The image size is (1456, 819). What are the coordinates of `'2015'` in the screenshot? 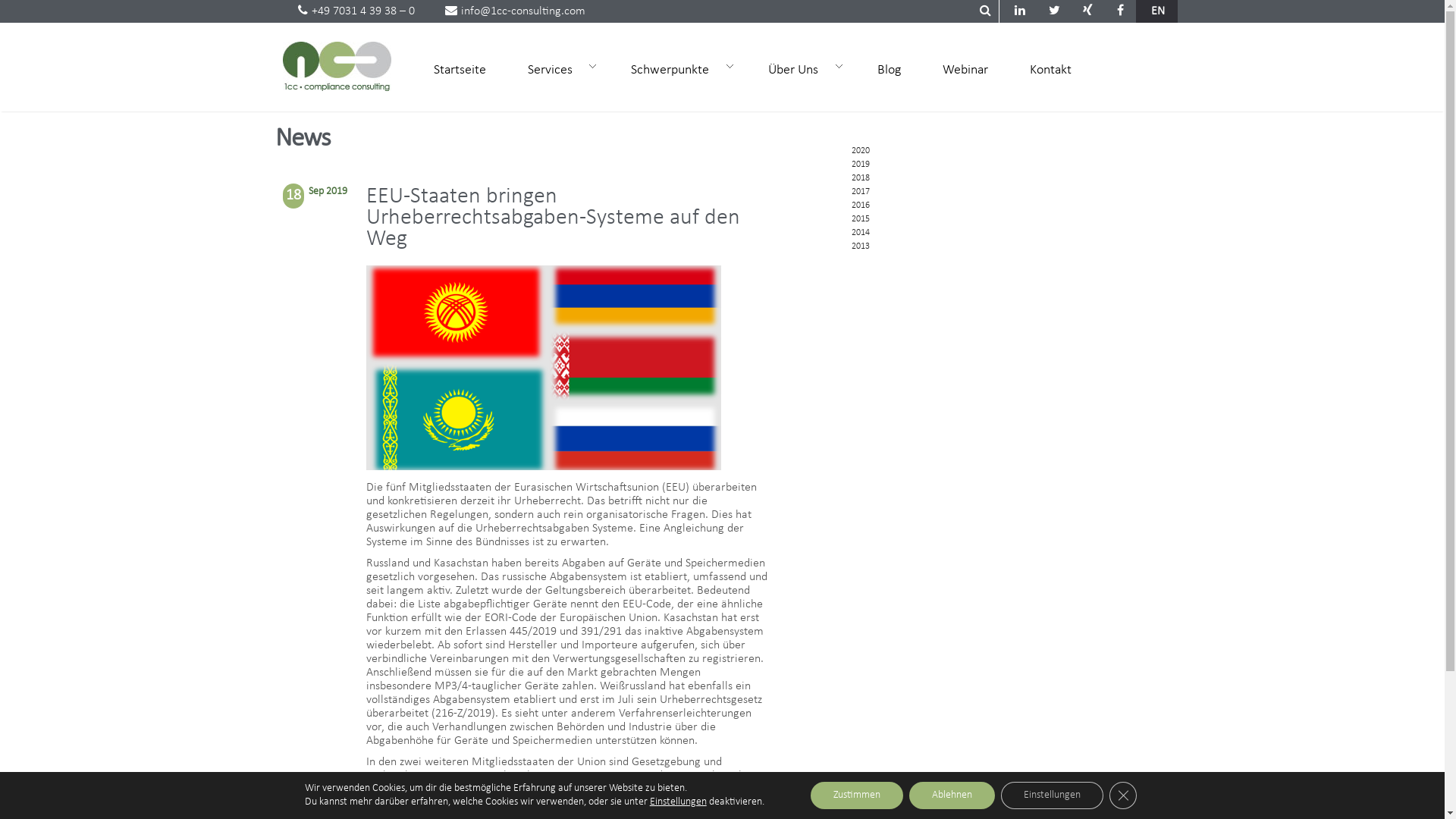 It's located at (851, 219).